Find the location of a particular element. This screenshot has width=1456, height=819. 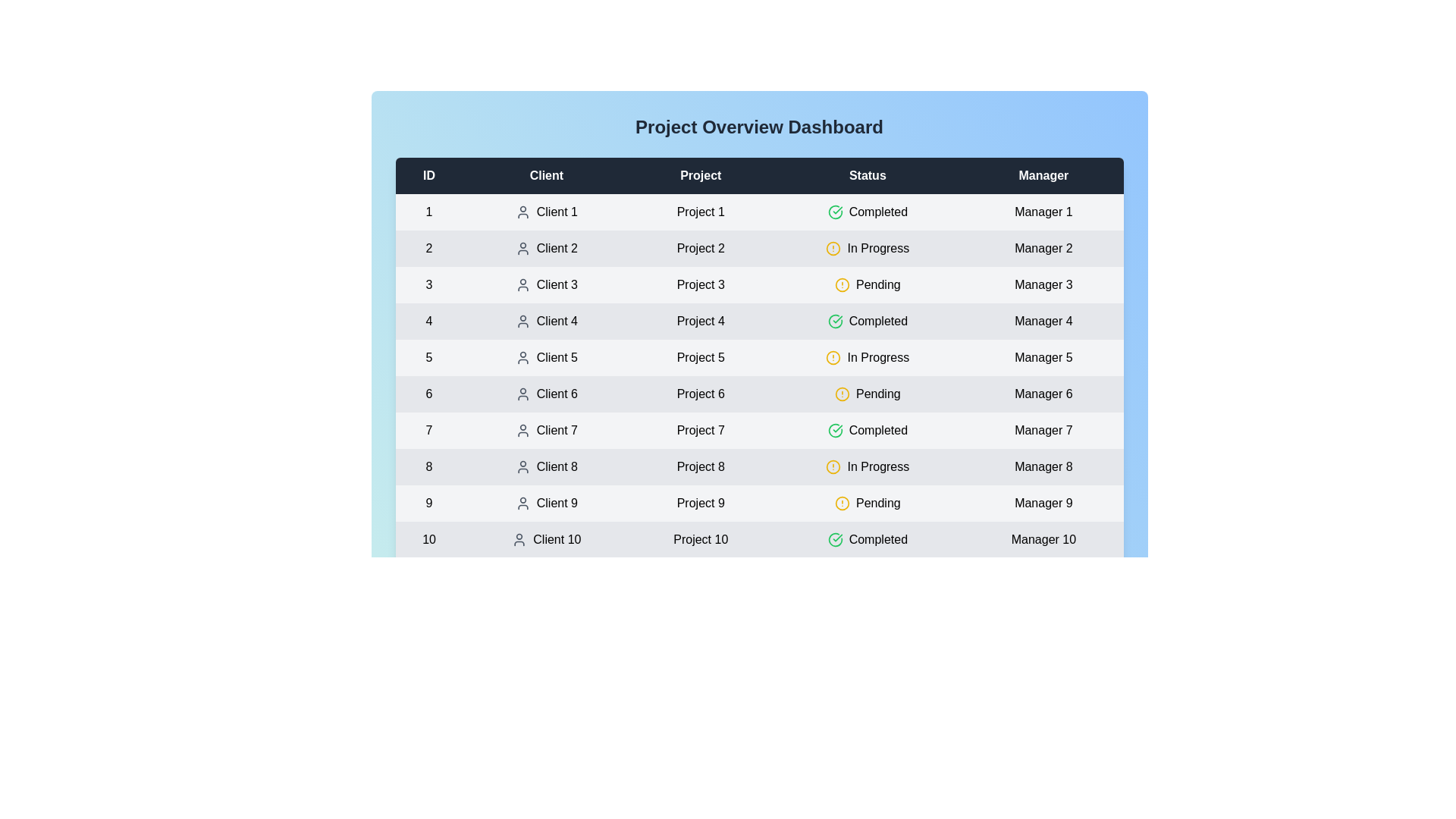

the table header Status to sort the column is located at coordinates (868, 174).